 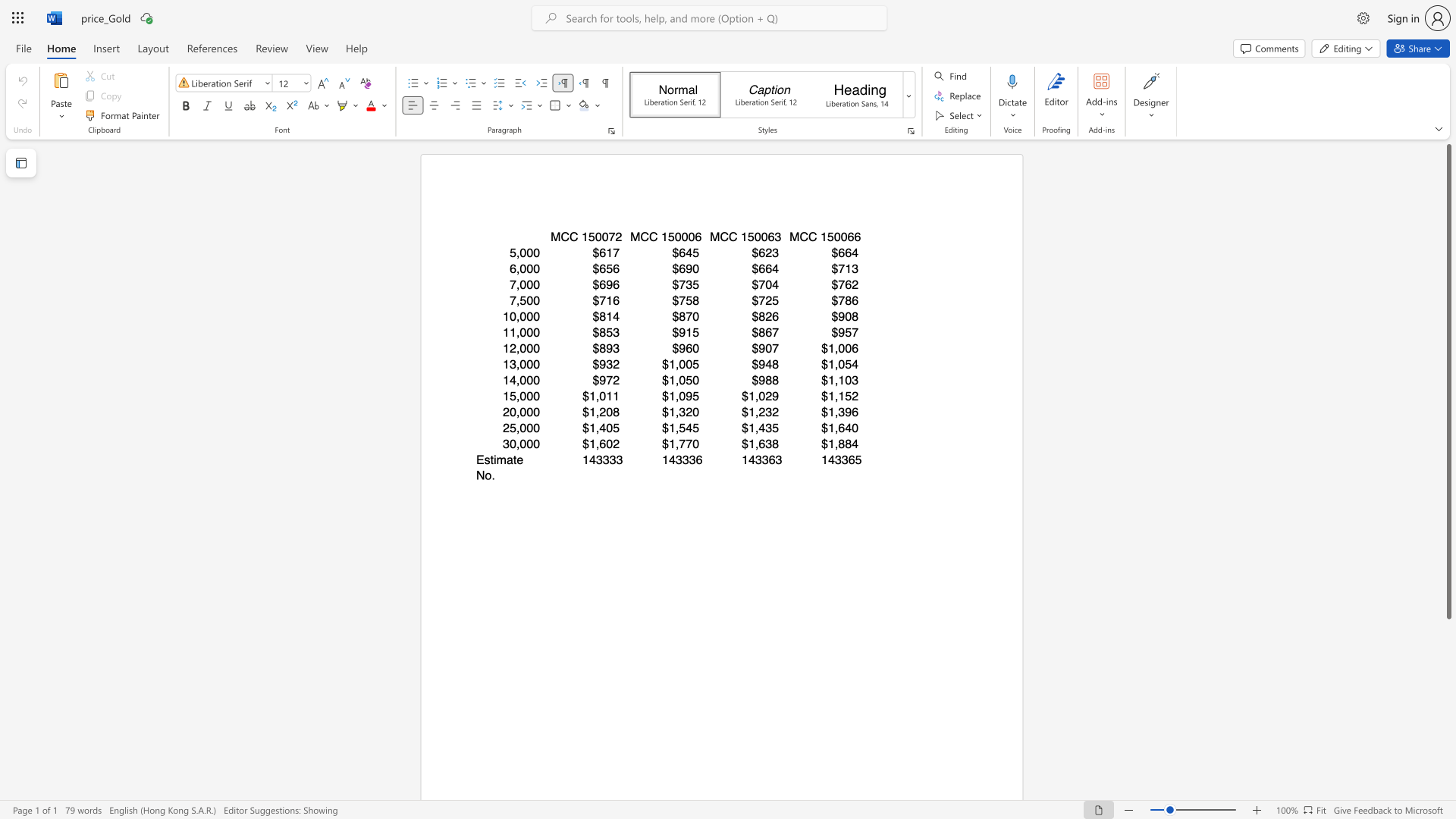 What do you see at coordinates (1448, 780) in the screenshot?
I see `the scrollbar on the right to move the page downward` at bounding box center [1448, 780].